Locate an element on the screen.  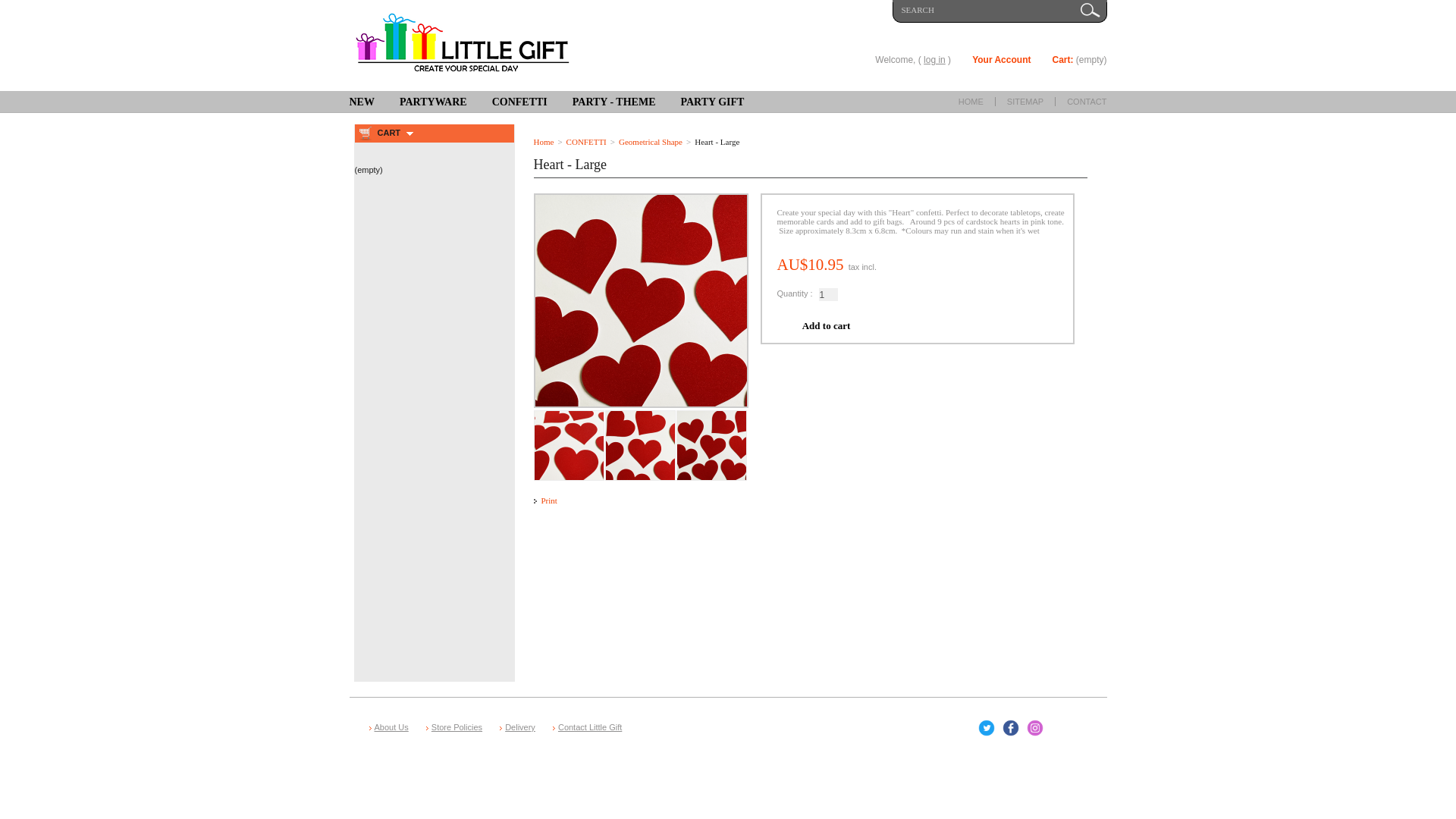
'CONTACT' is located at coordinates (1086, 102).